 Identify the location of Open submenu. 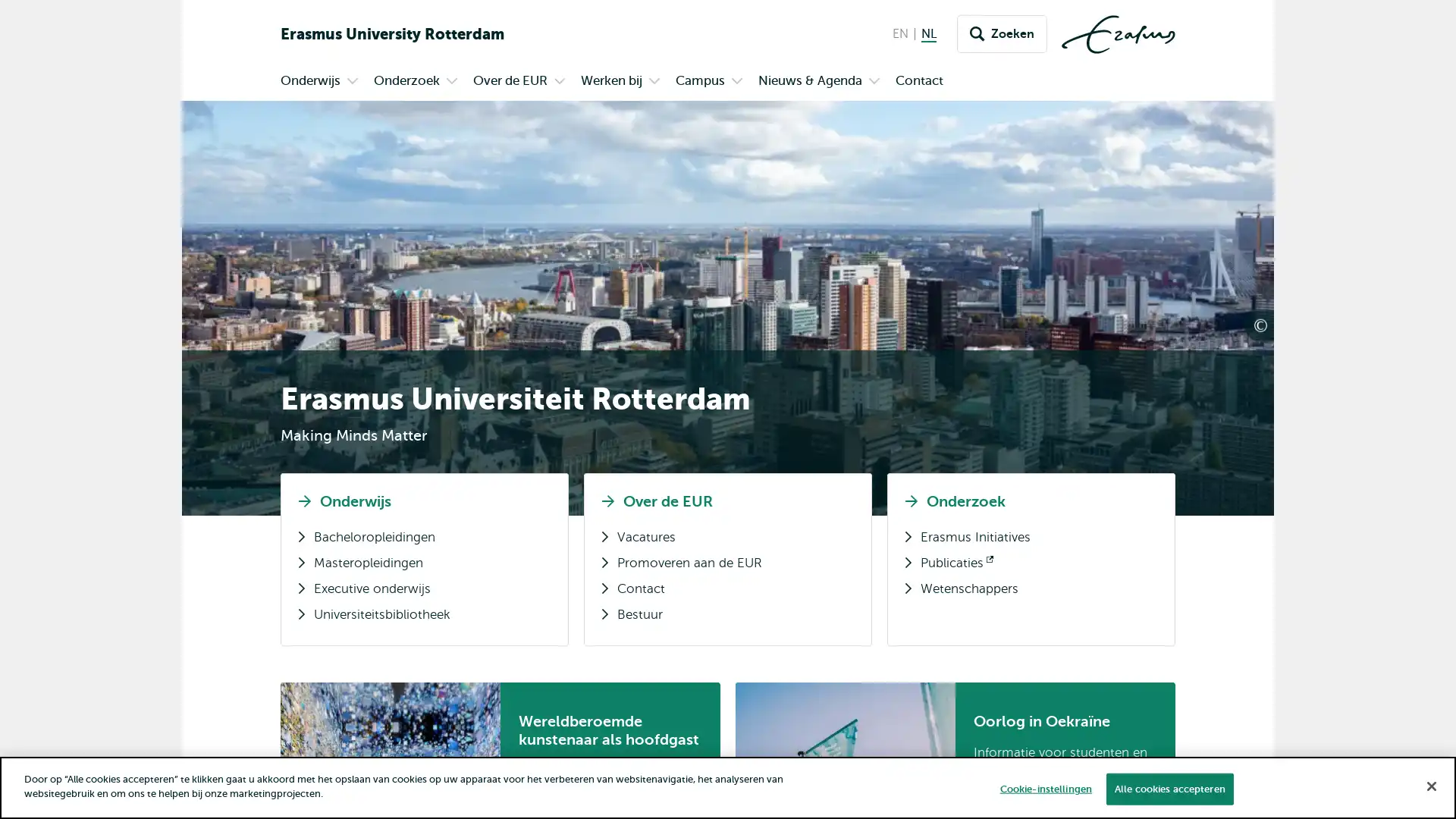
(654, 82).